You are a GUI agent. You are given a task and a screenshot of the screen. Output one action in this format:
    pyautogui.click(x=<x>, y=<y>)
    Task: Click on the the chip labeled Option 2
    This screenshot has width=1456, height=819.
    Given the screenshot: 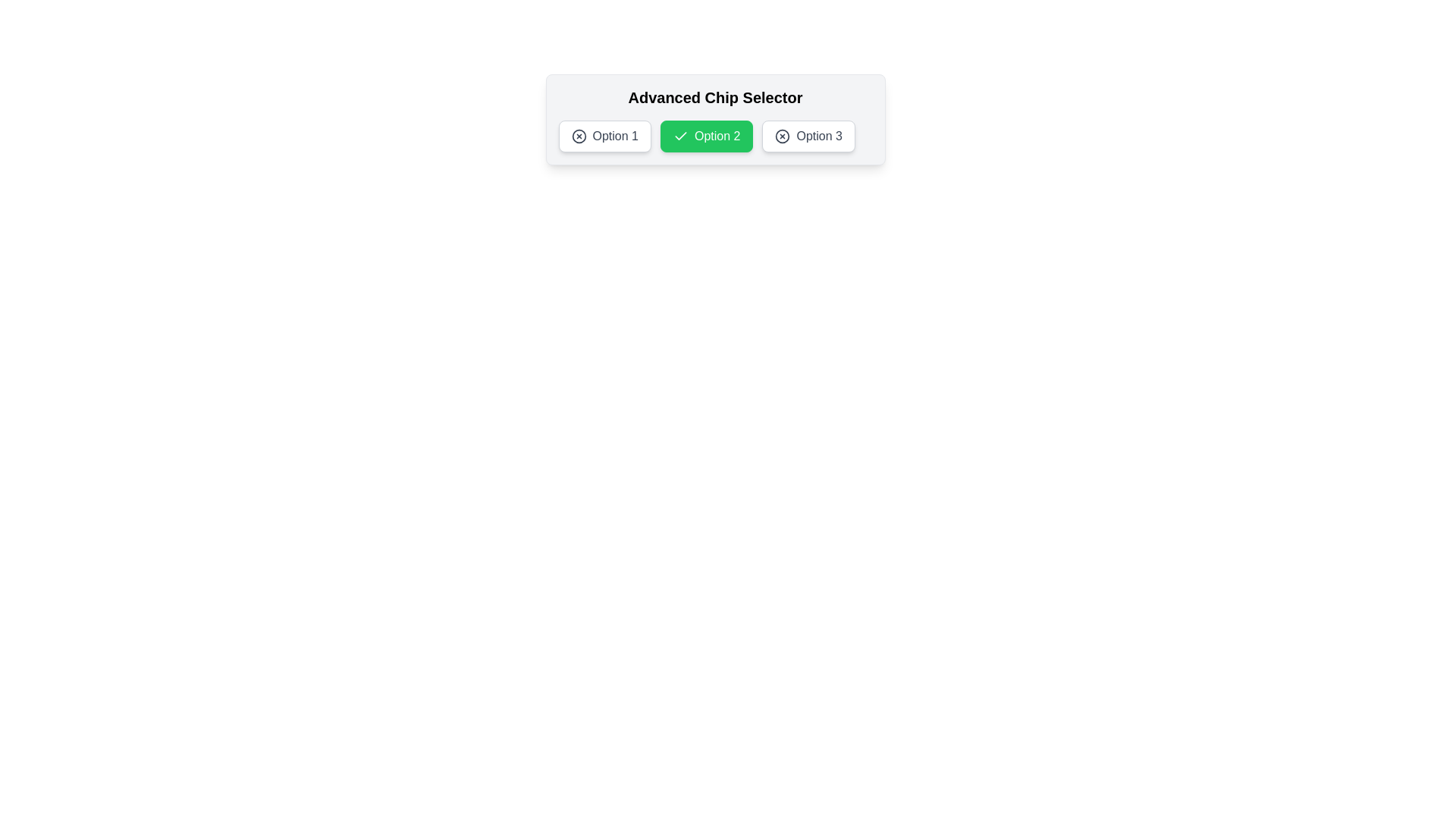 What is the action you would take?
    pyautogui.click(x=706, y=136)
    